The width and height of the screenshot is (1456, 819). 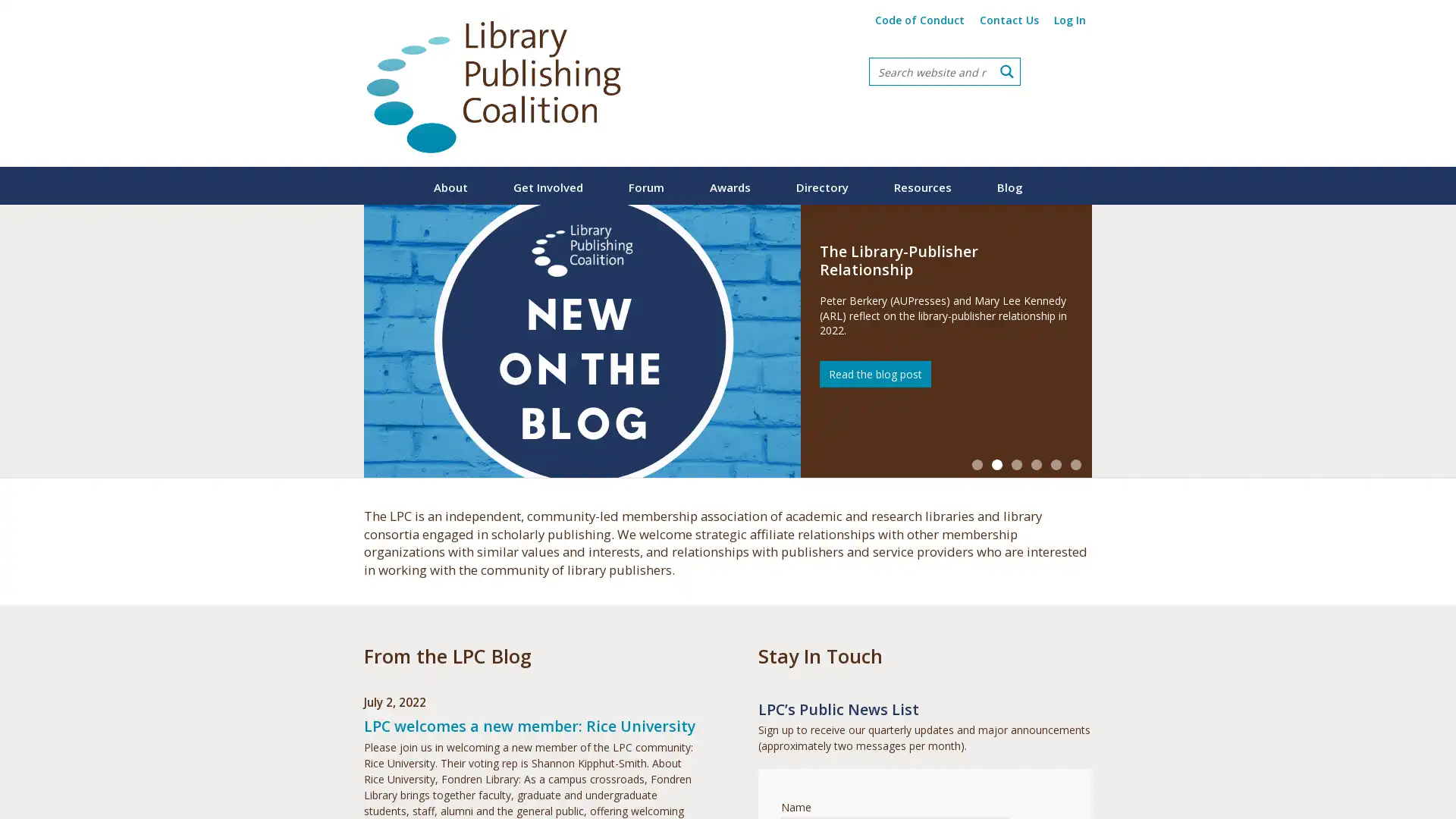 I want to click on Go to slide 5, so click(x=1055, y=464).